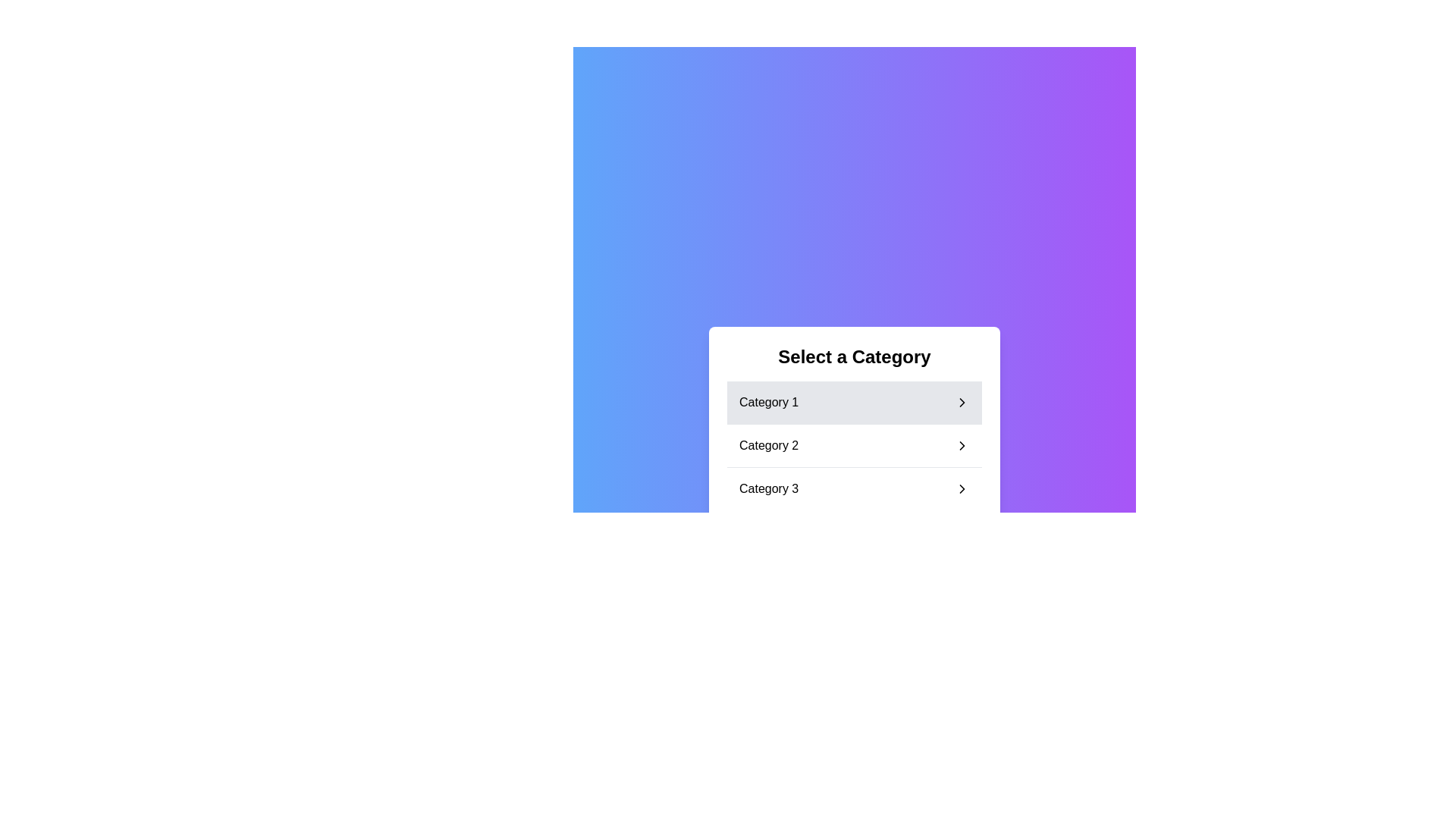 This screenshot has height=819, width=1456. Describe the element at coordinates (769, 488) in the screenshot. I see `text label menu item for 'Category 3', which is located below 'Category 2' in the vertical menu` at that location.